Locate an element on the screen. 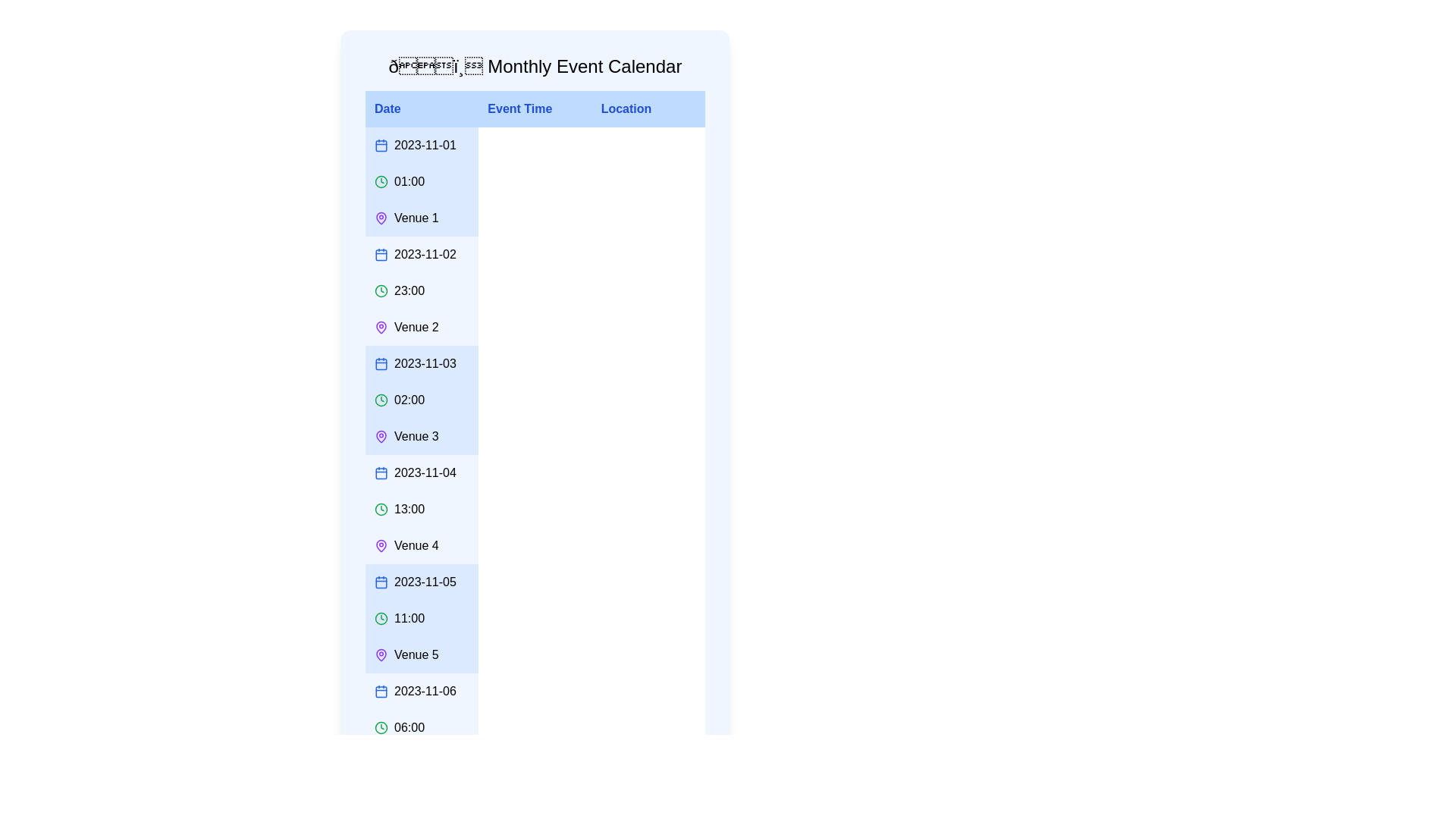 The height and width of the screenshot is (819, 1456). the row corresponding to the event on 2023-11-01 is located at coordinates (535, 180).